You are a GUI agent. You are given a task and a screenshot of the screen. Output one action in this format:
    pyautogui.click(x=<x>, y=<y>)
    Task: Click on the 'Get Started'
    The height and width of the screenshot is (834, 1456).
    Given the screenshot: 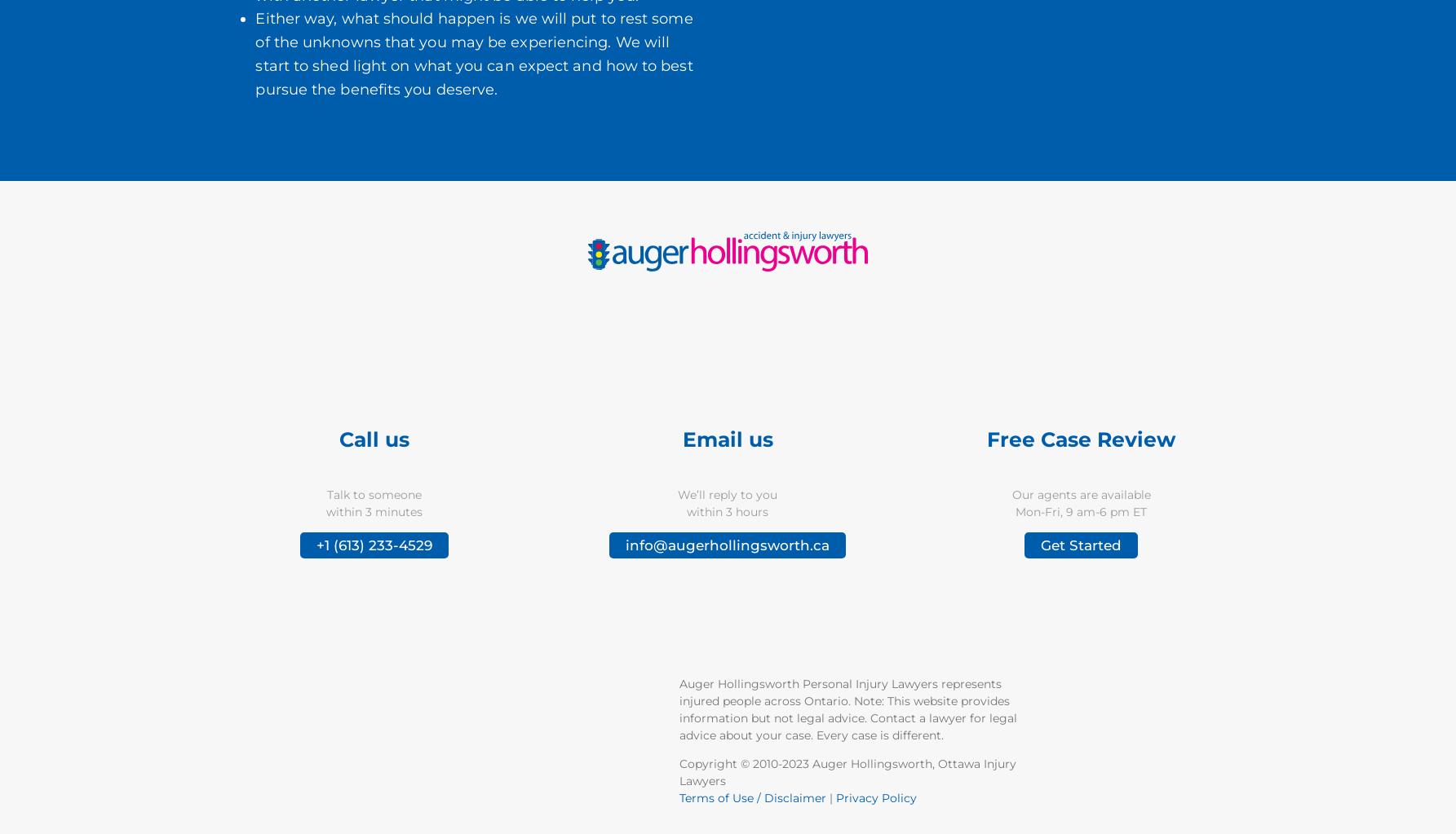 What is the action you would take?
    pyautogui.click(x=1081, y=545)
    